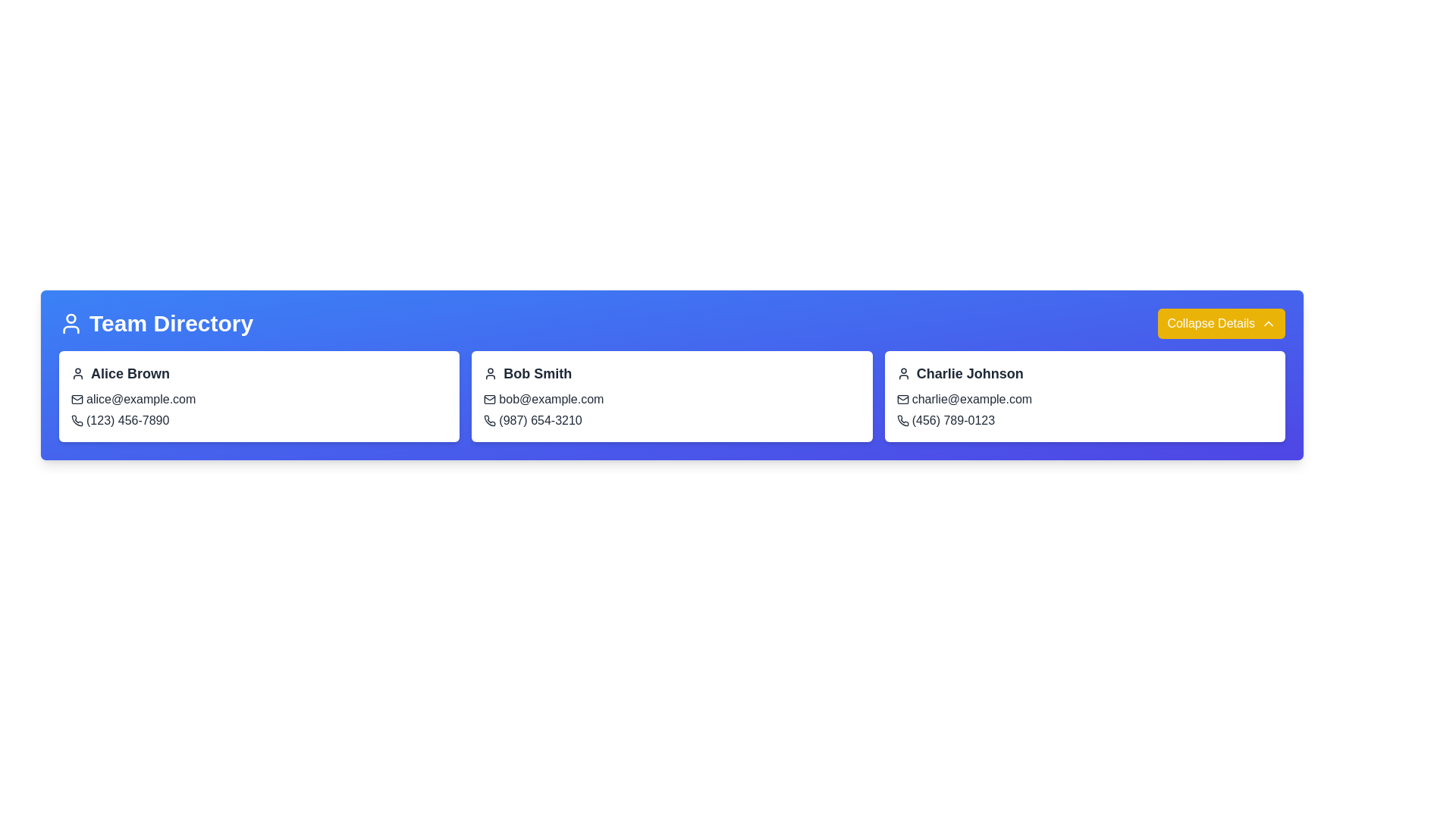 Image resolution: width=1456 pixels, height=819 pixels. Describe the element at coordinates (533, 421) in the screenshot. I see `the text element representing the phone number '(987) 654-3210' with an adjacent phone icon, located in the second column under 'Bob Smith' and below 'bob@example.com'` at that location.